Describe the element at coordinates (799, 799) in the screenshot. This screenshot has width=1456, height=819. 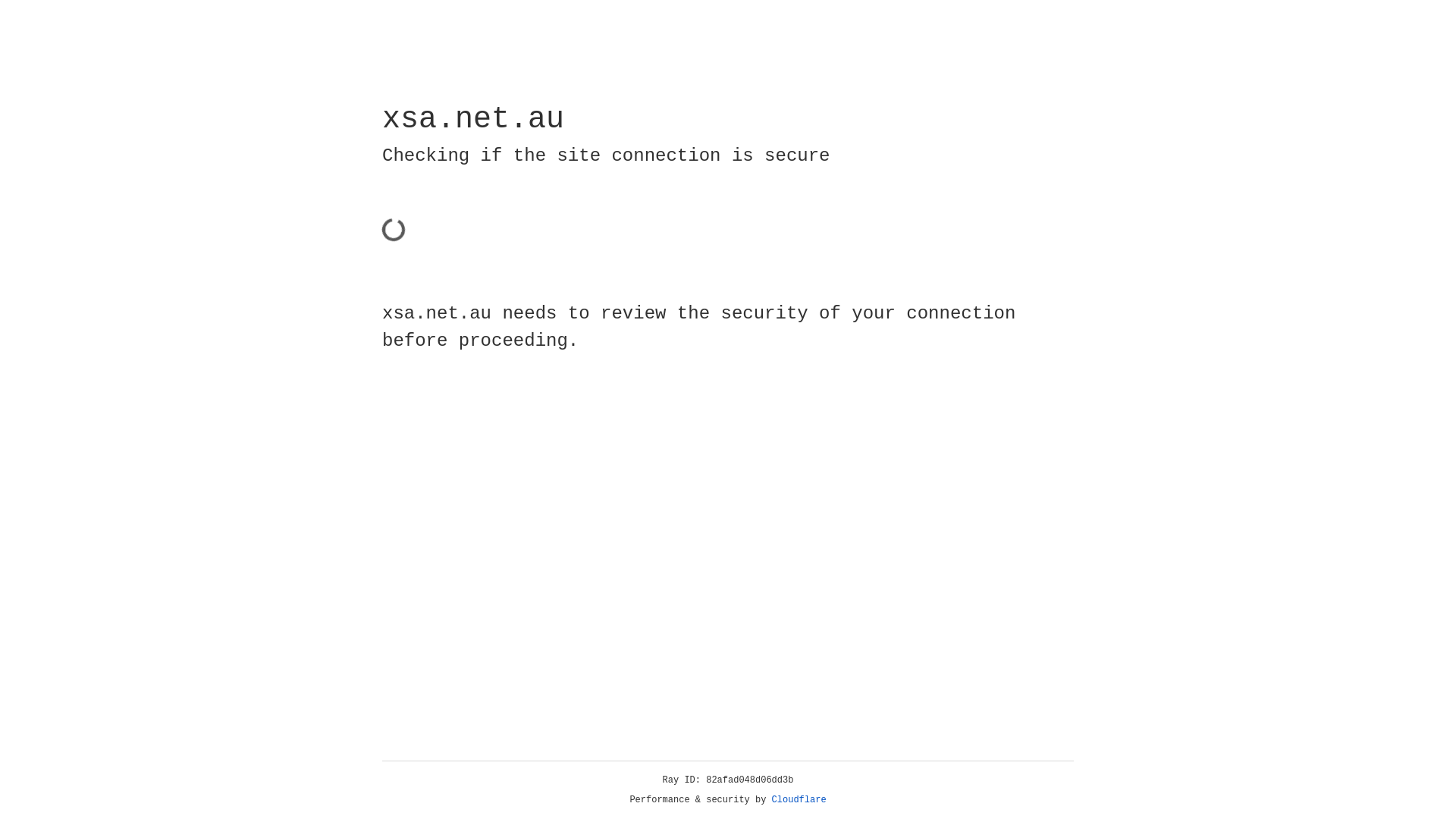
I see `'Cloudflare'` at that location.